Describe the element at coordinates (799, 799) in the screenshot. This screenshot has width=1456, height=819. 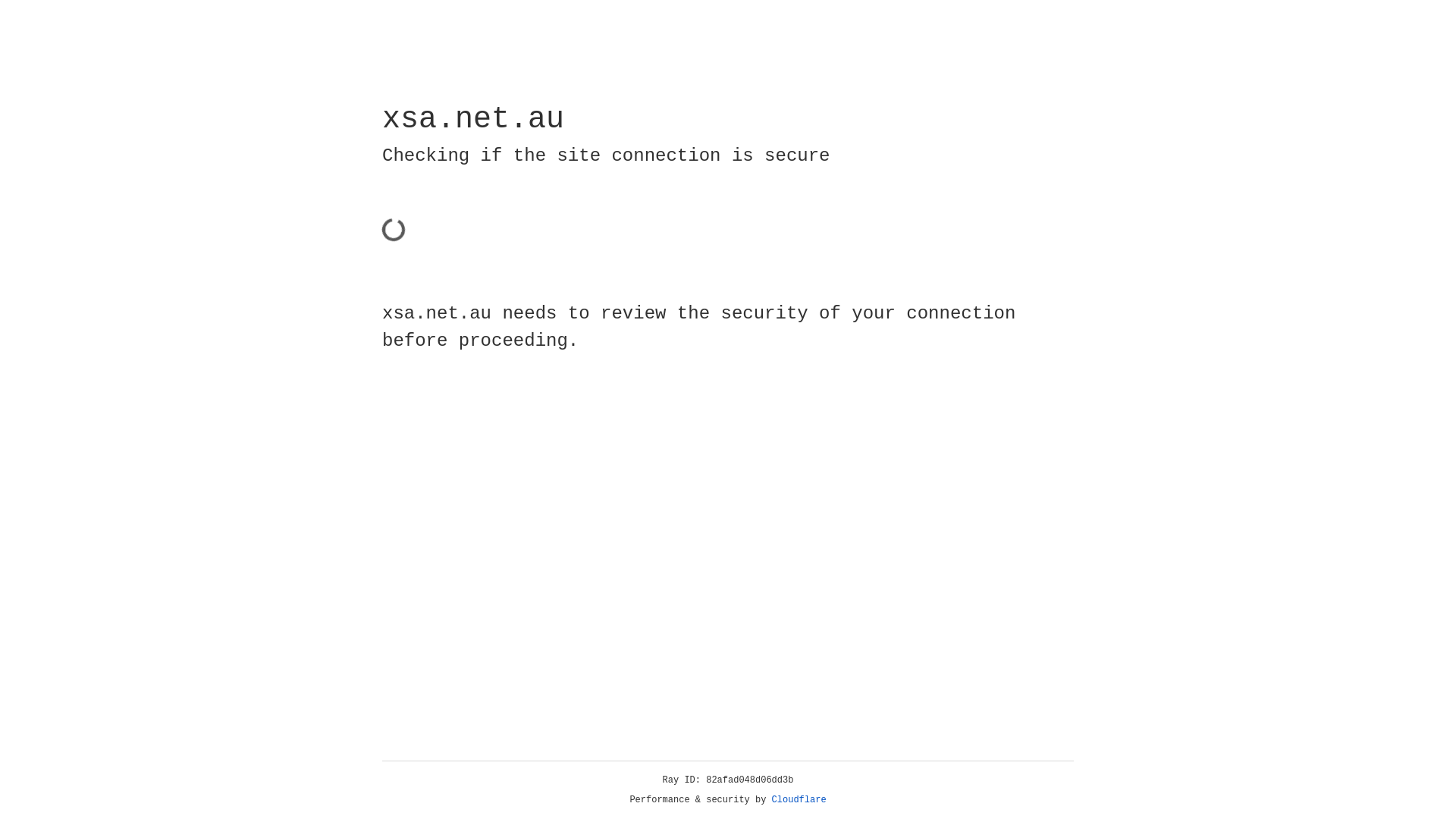
I see `'Cloudflare'` at that location.